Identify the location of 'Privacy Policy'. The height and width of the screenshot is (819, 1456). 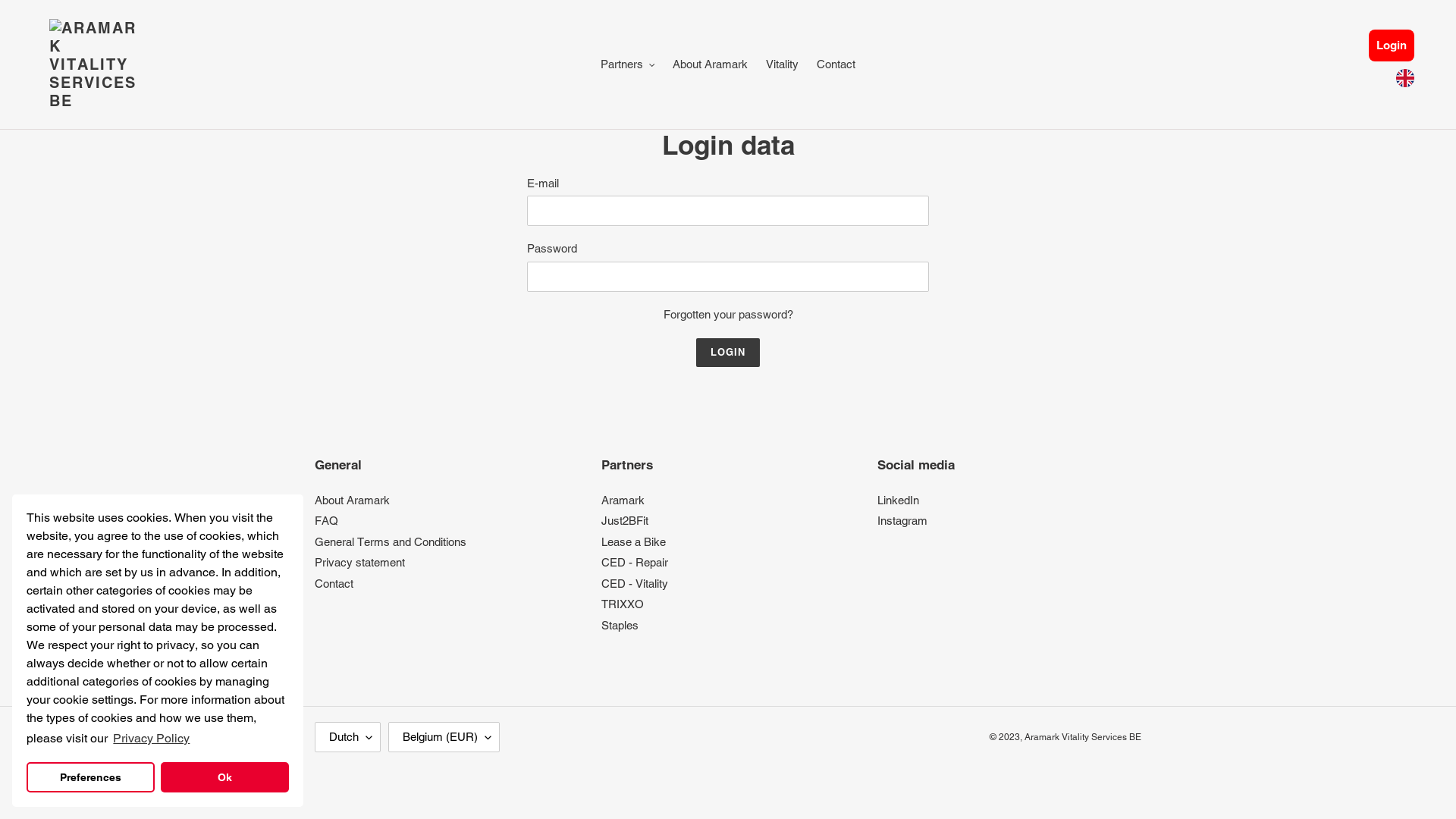
(151, 738).